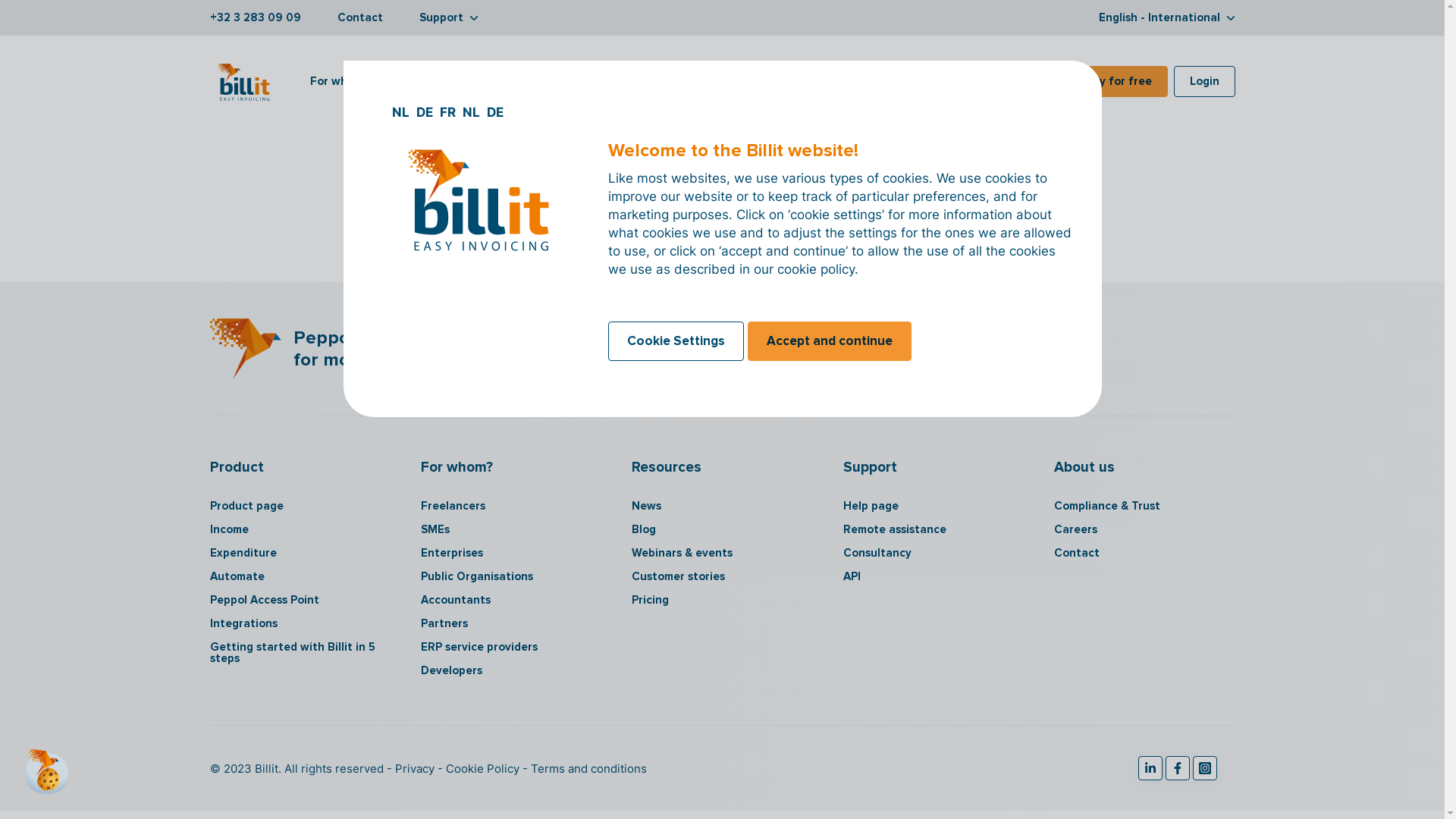 Image resolution: width=1456 pixels, height=819 pixels. What do you see at coordinates (447, 17) in the screenshot?
I see `'Support'` at bounding box center [447, 17].